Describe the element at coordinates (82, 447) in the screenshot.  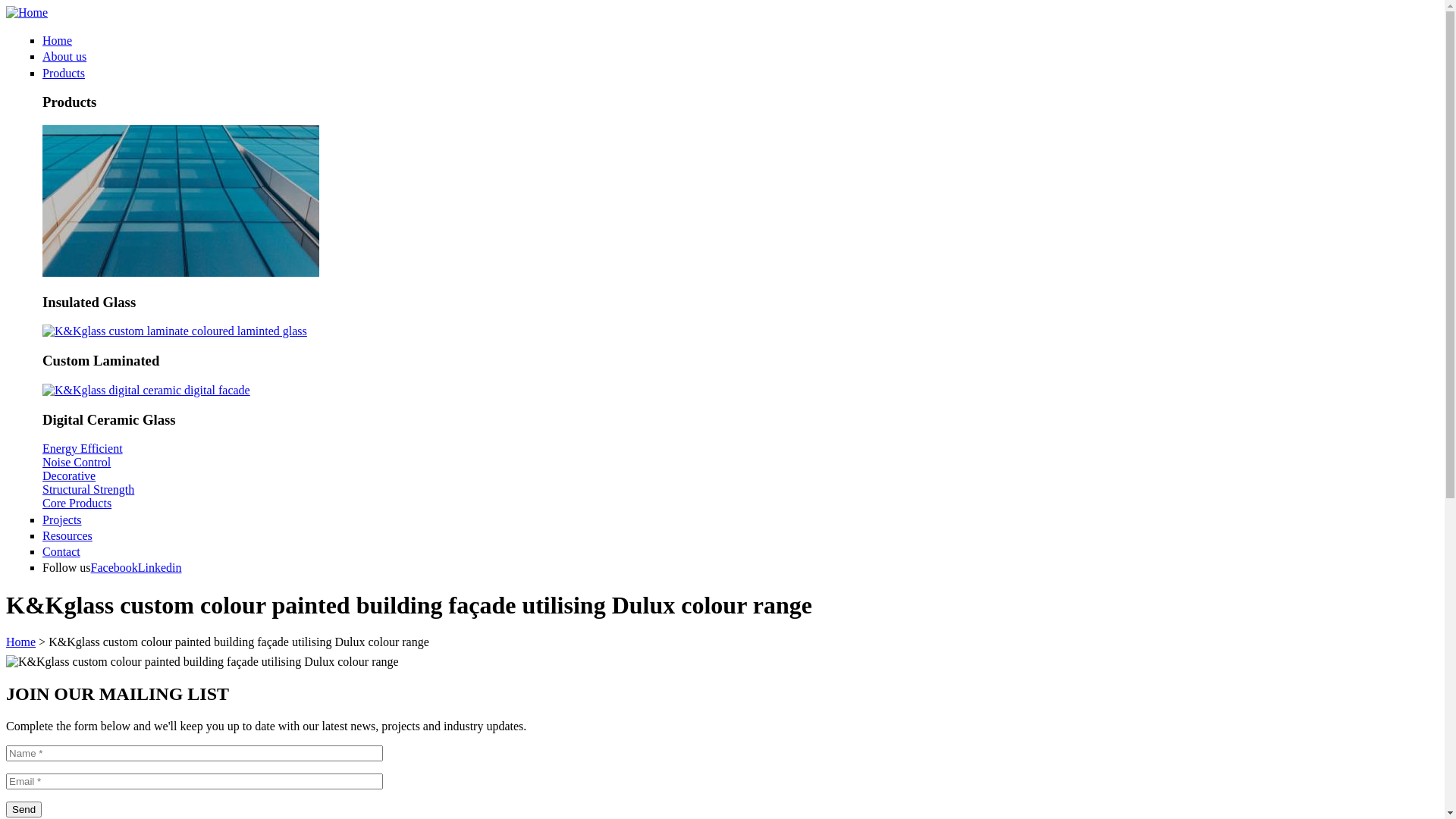
I see `'Energy Efficient'` at that location.